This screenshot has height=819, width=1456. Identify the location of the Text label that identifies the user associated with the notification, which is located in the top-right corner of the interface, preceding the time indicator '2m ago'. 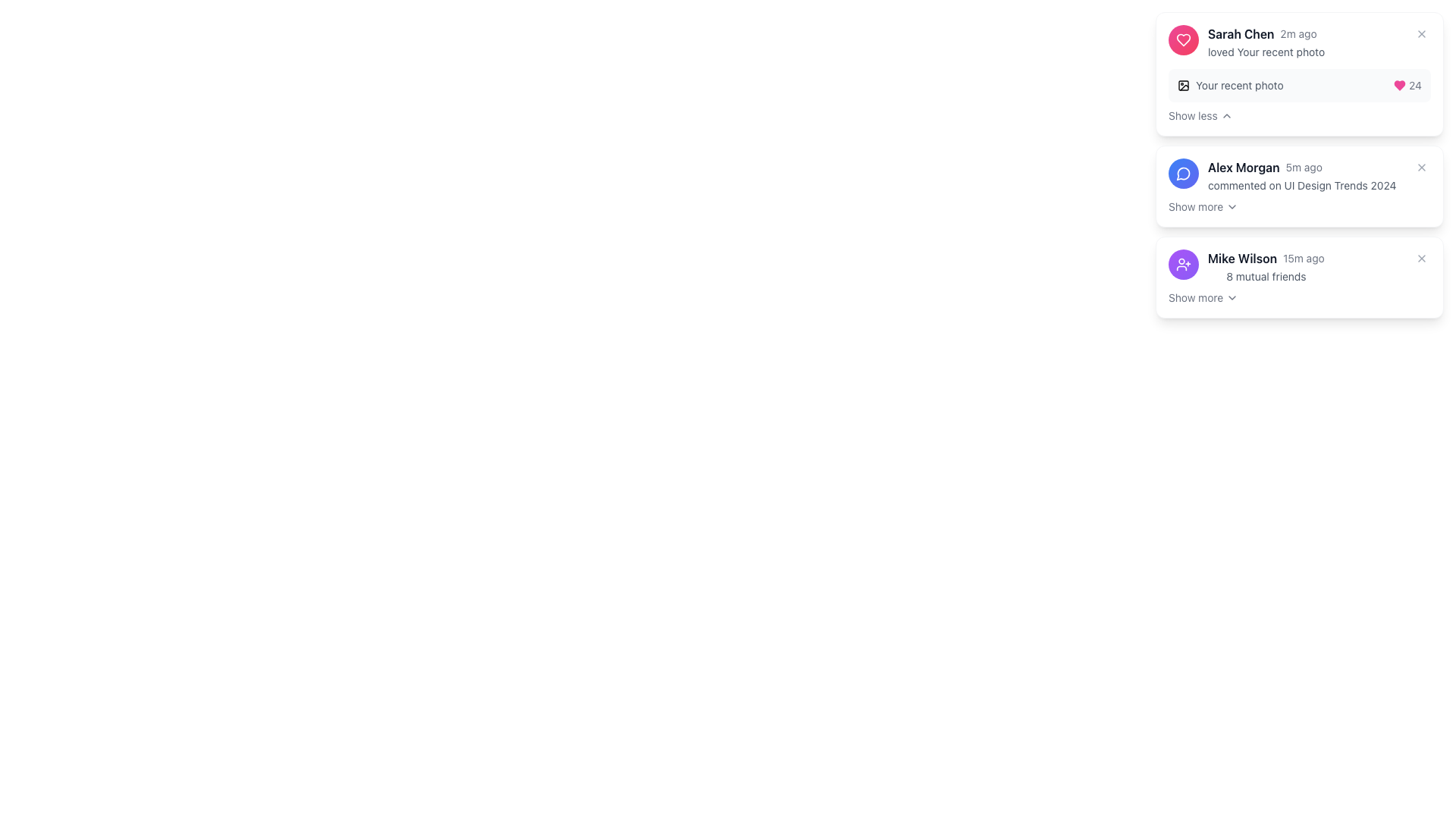
(1241, 34).